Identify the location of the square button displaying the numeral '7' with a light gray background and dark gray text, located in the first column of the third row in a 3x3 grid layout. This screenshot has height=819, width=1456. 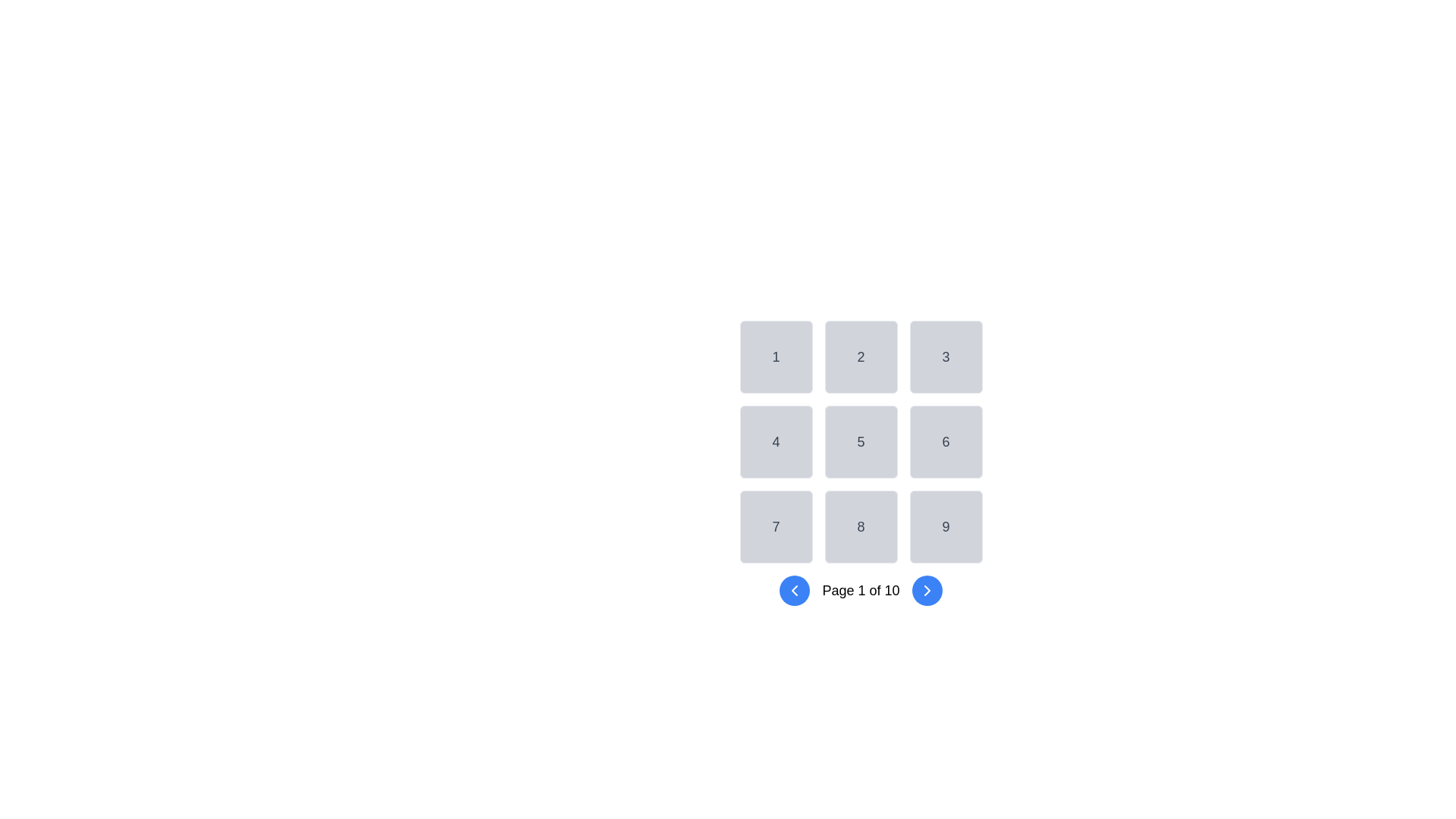
(776, 526).